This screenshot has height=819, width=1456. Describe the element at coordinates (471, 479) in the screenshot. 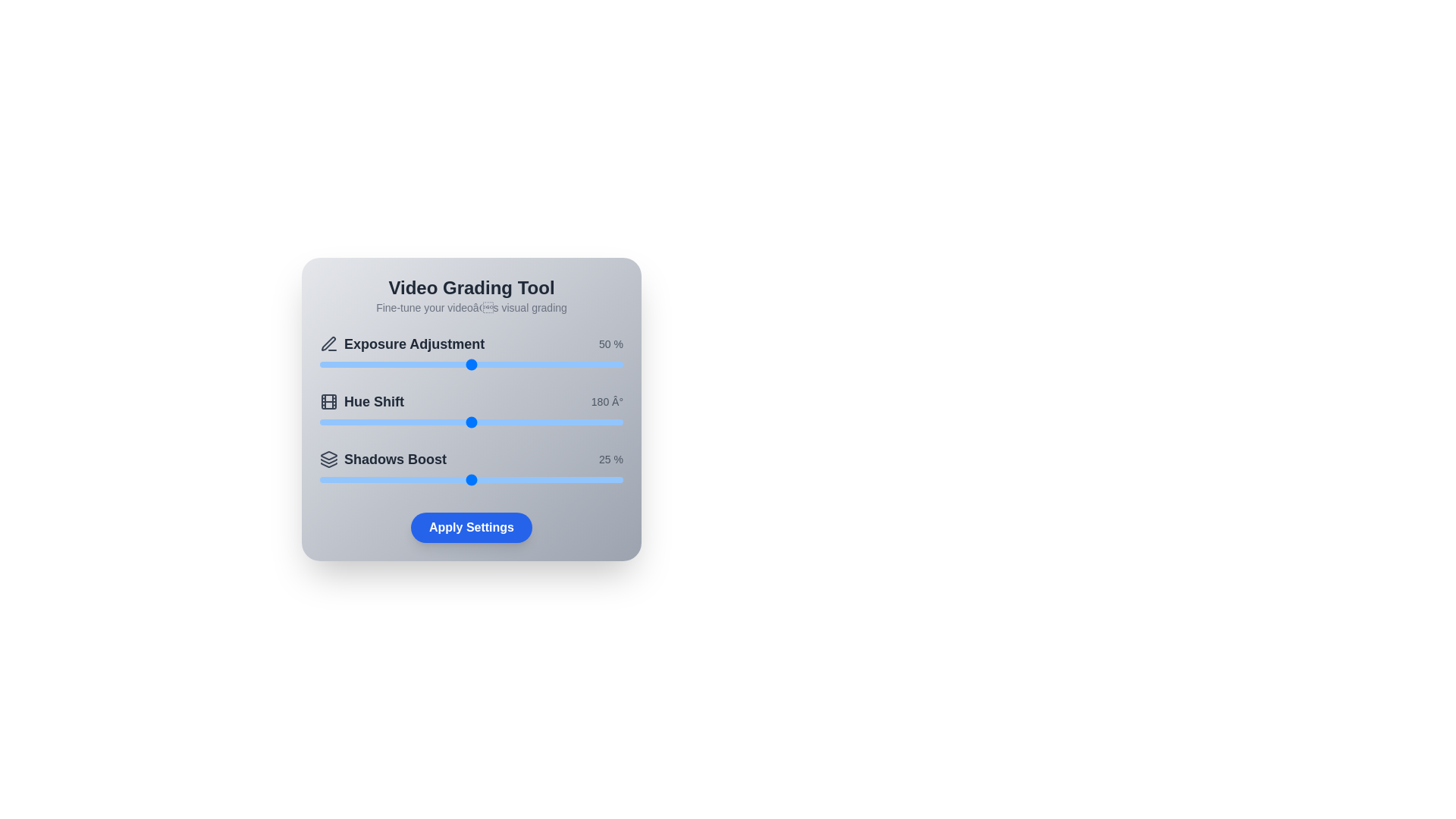

I see `the knob of the Shadows Boost range slider control` at that location.